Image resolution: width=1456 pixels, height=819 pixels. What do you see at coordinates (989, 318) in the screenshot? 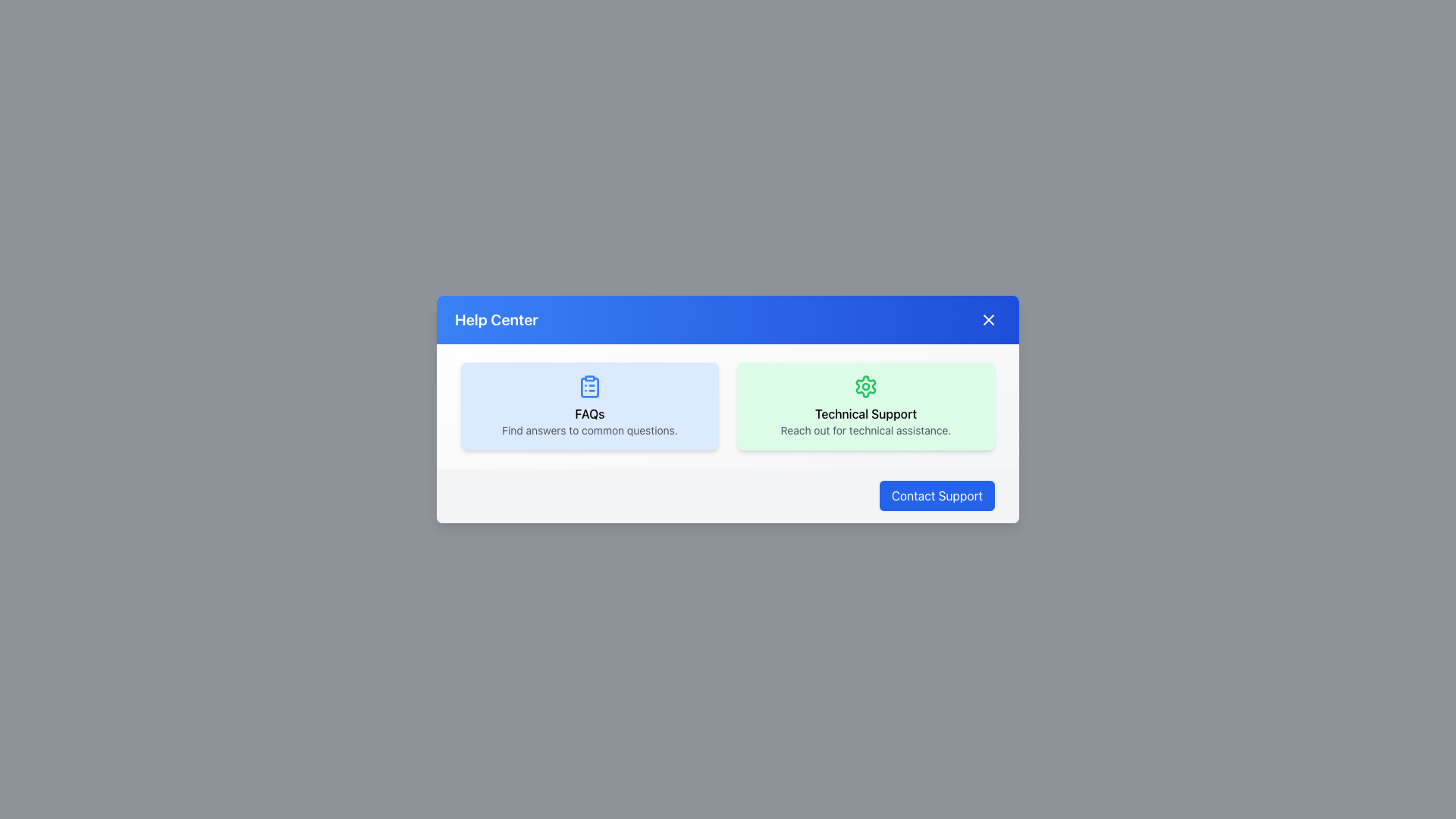
I see `the 'X' icon button with a circular blue background located in the top-right corner of the Help Center interface` at bounding box center [989, 318].